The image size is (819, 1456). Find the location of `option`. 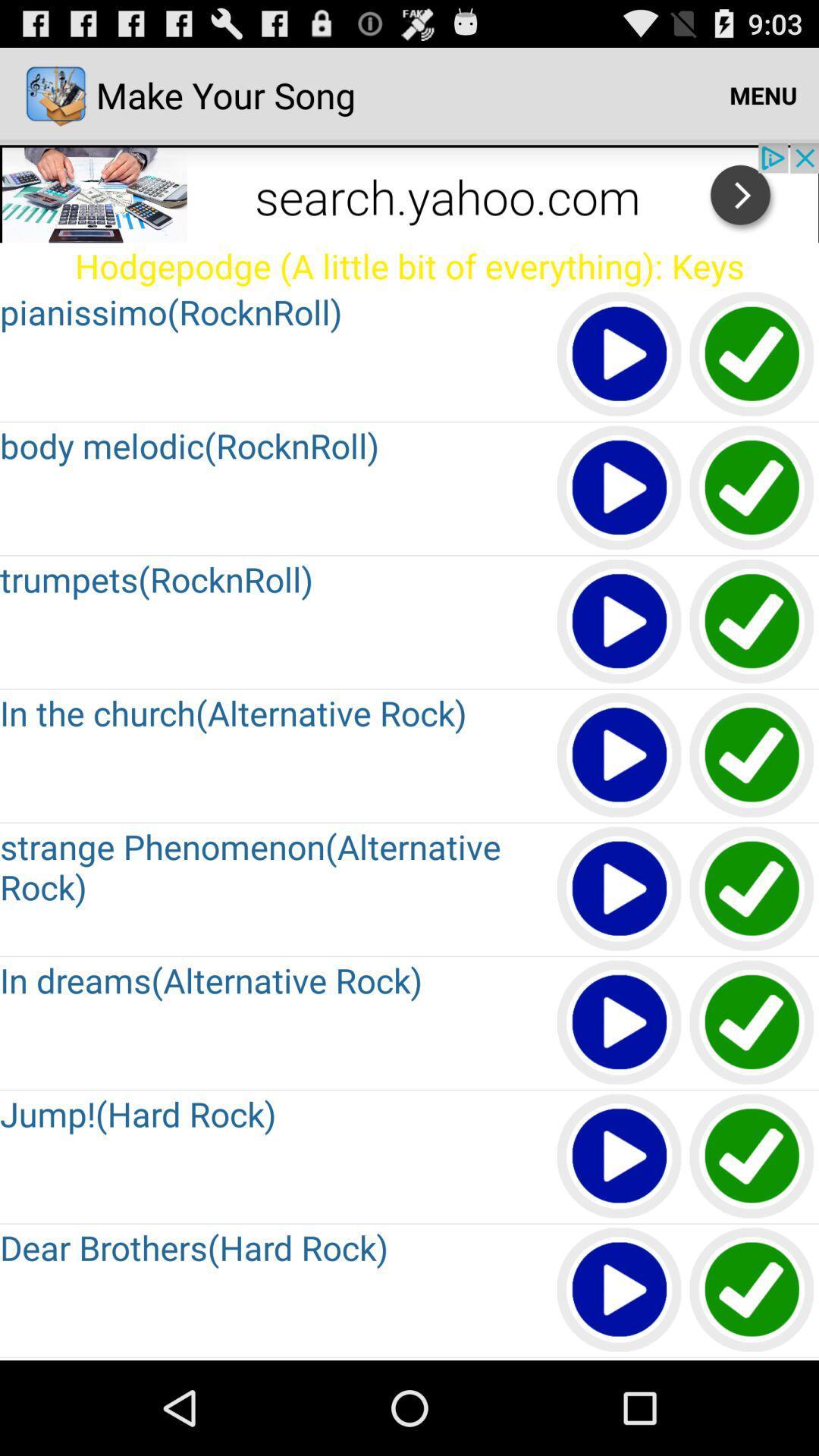

option is located at coordinates (620, 488).